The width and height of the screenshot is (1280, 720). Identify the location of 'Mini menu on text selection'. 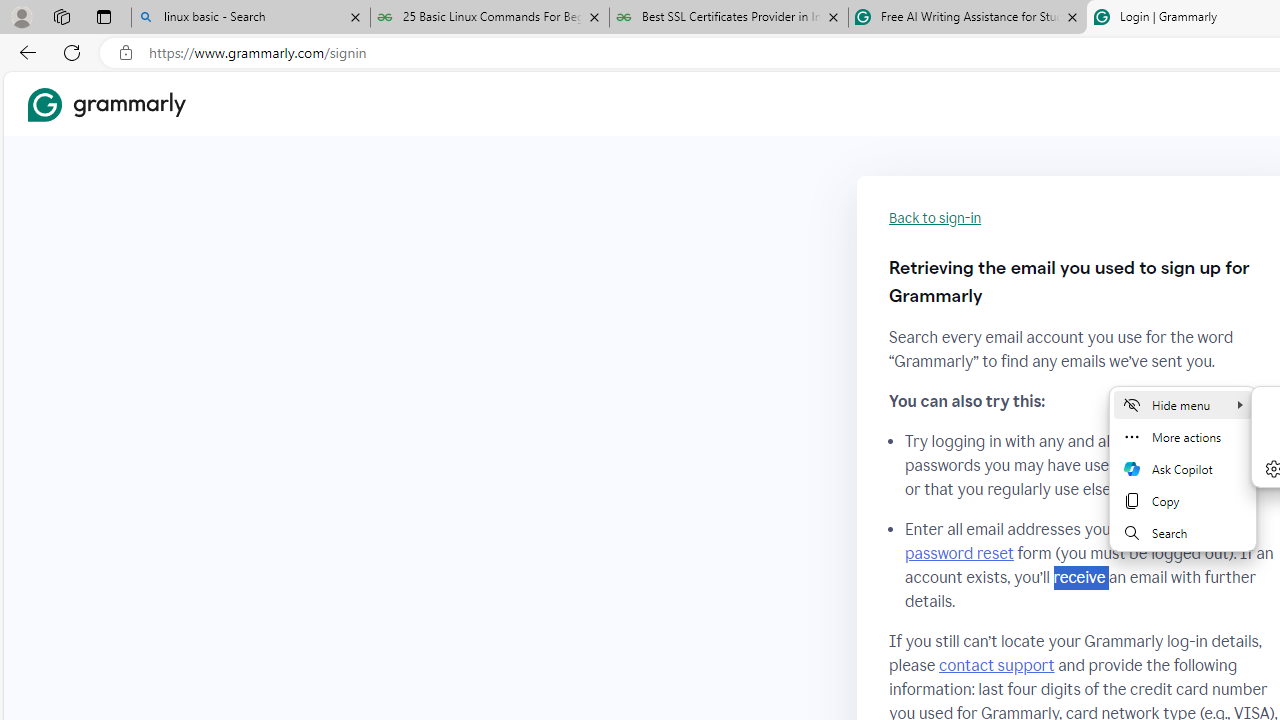
(1182, 469).